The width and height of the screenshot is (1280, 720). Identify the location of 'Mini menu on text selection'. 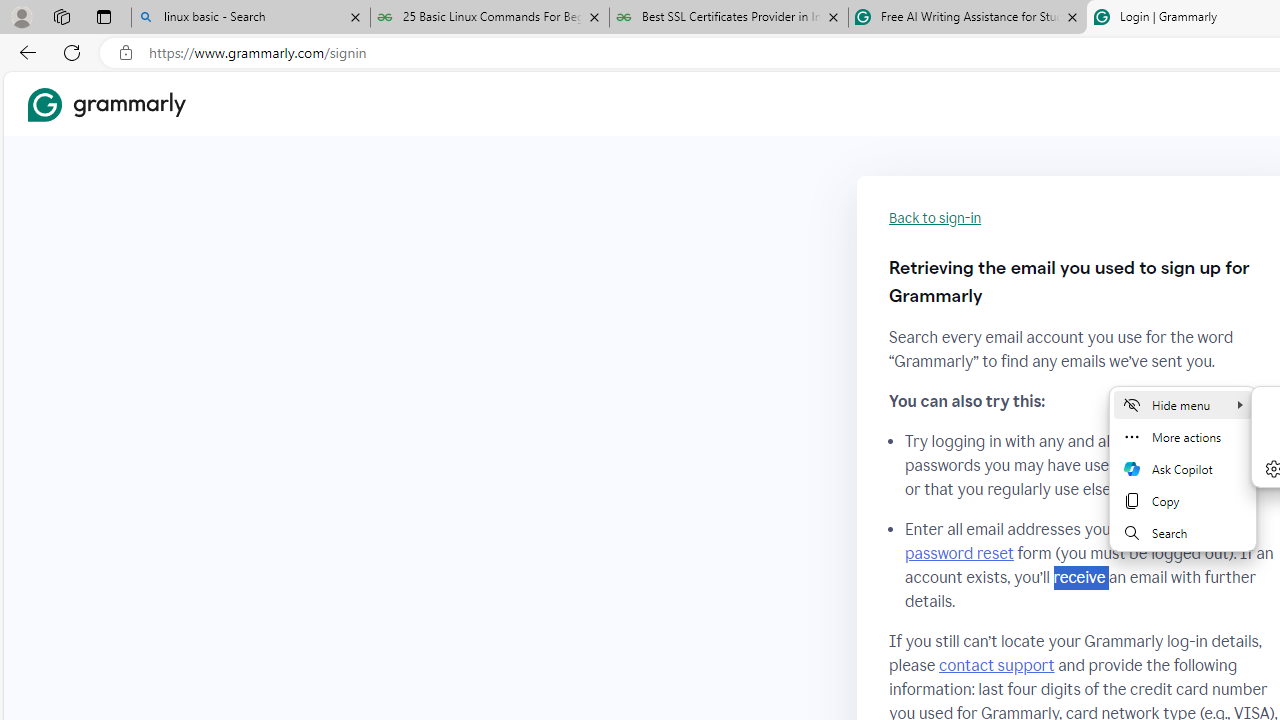
(1182, 469).